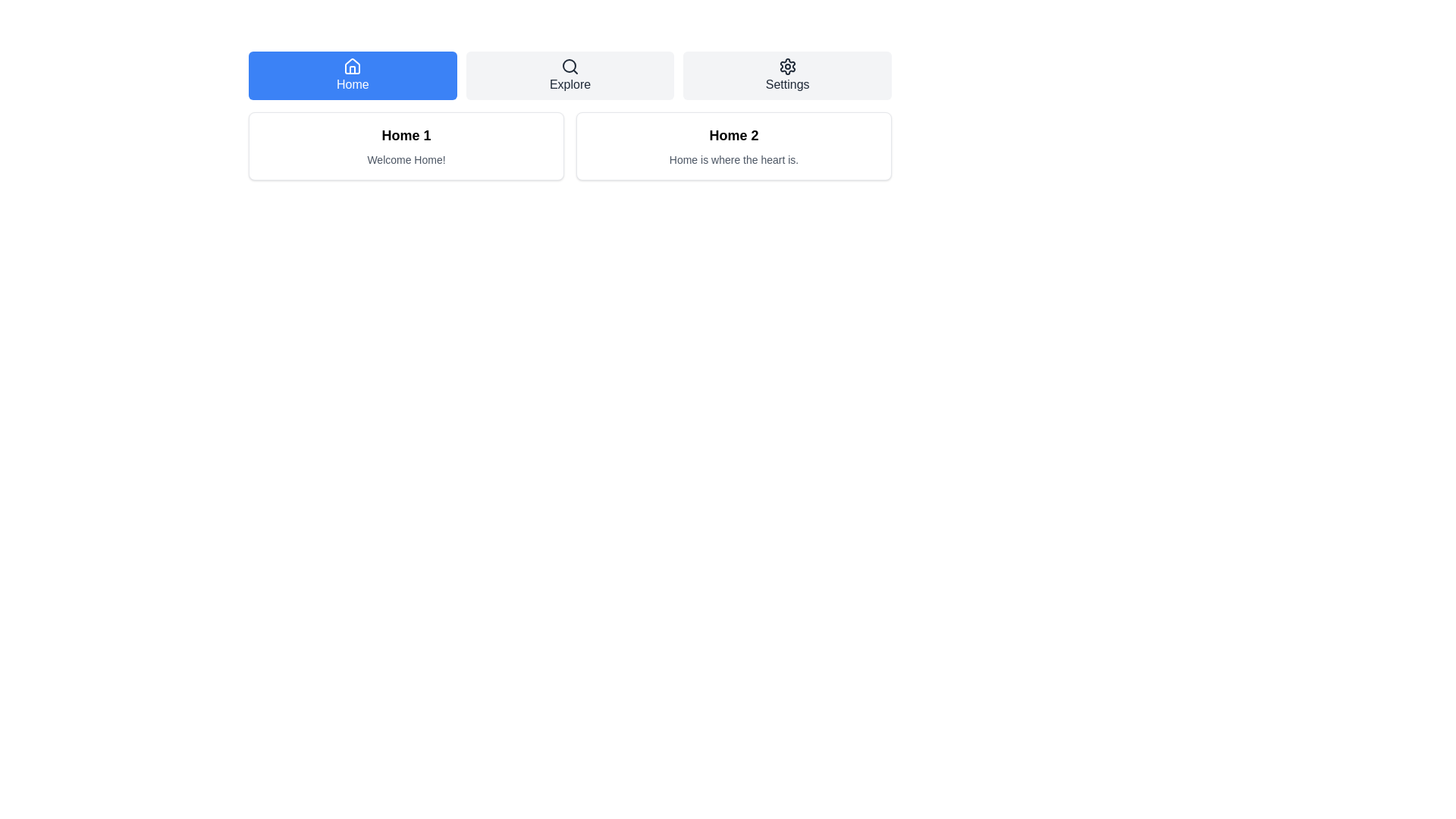 The height and width of the screenshot is (819, 1456). I want to click on the 'Home' navigation button, which is the first item in the horizontal menu, so click(352, 76).